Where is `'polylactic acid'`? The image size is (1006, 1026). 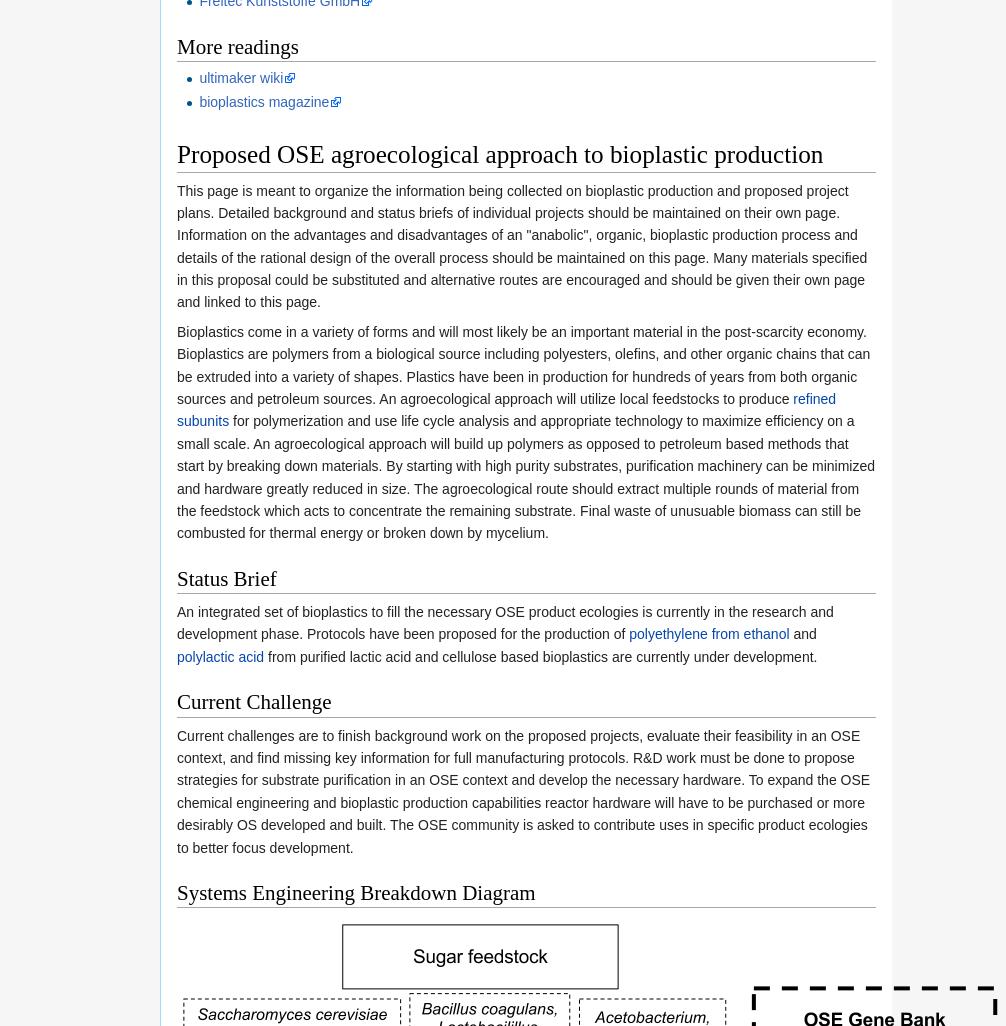
'polylactic acid' is located at coordinates (220, 656).